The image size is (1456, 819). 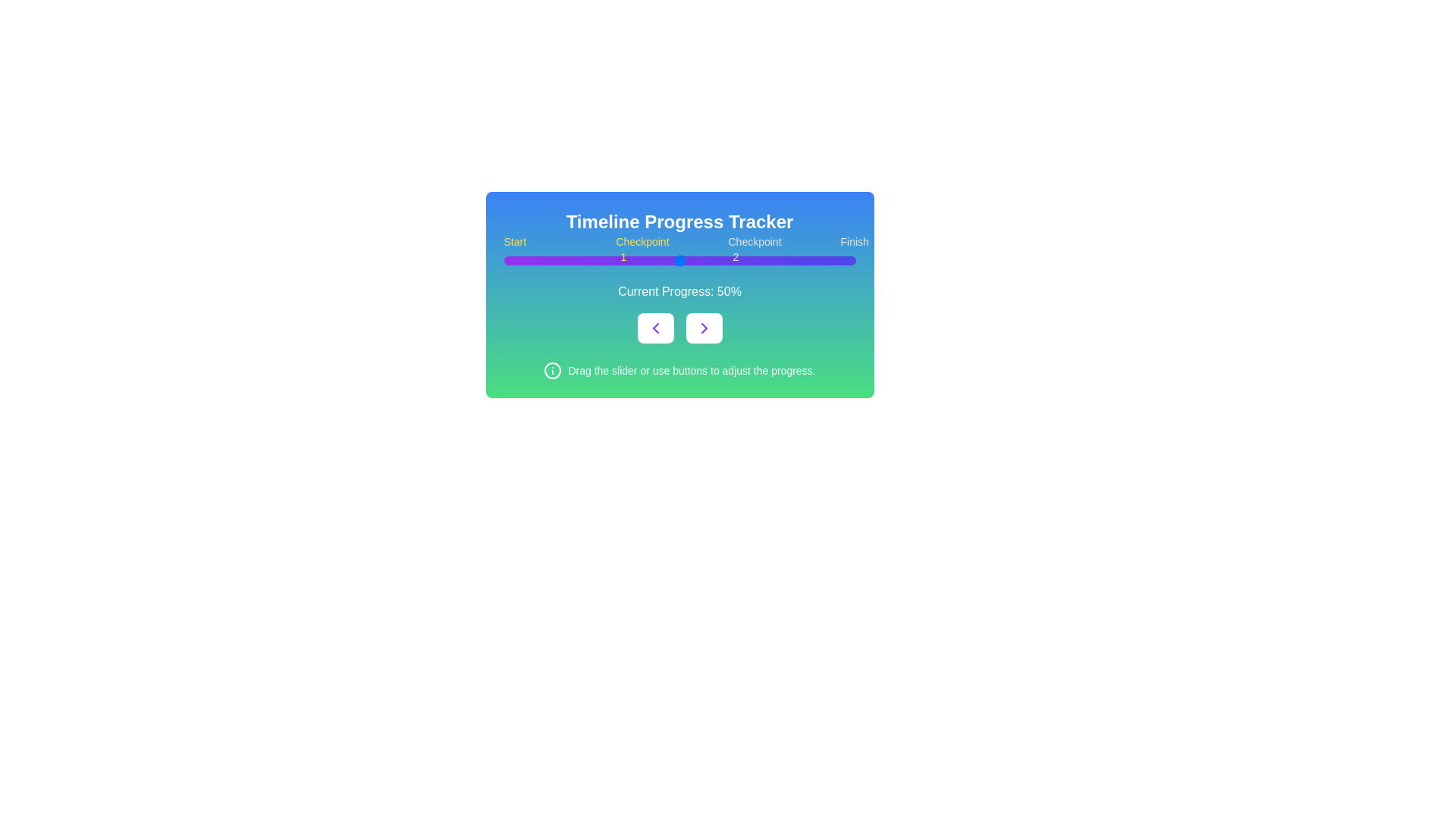 I want to click on the Informational Label marking 'Checkpoint 1' in the progress tracker timeline, which is located between 'Start' and 'Checkpoint 2', so click(x=623, y=248).